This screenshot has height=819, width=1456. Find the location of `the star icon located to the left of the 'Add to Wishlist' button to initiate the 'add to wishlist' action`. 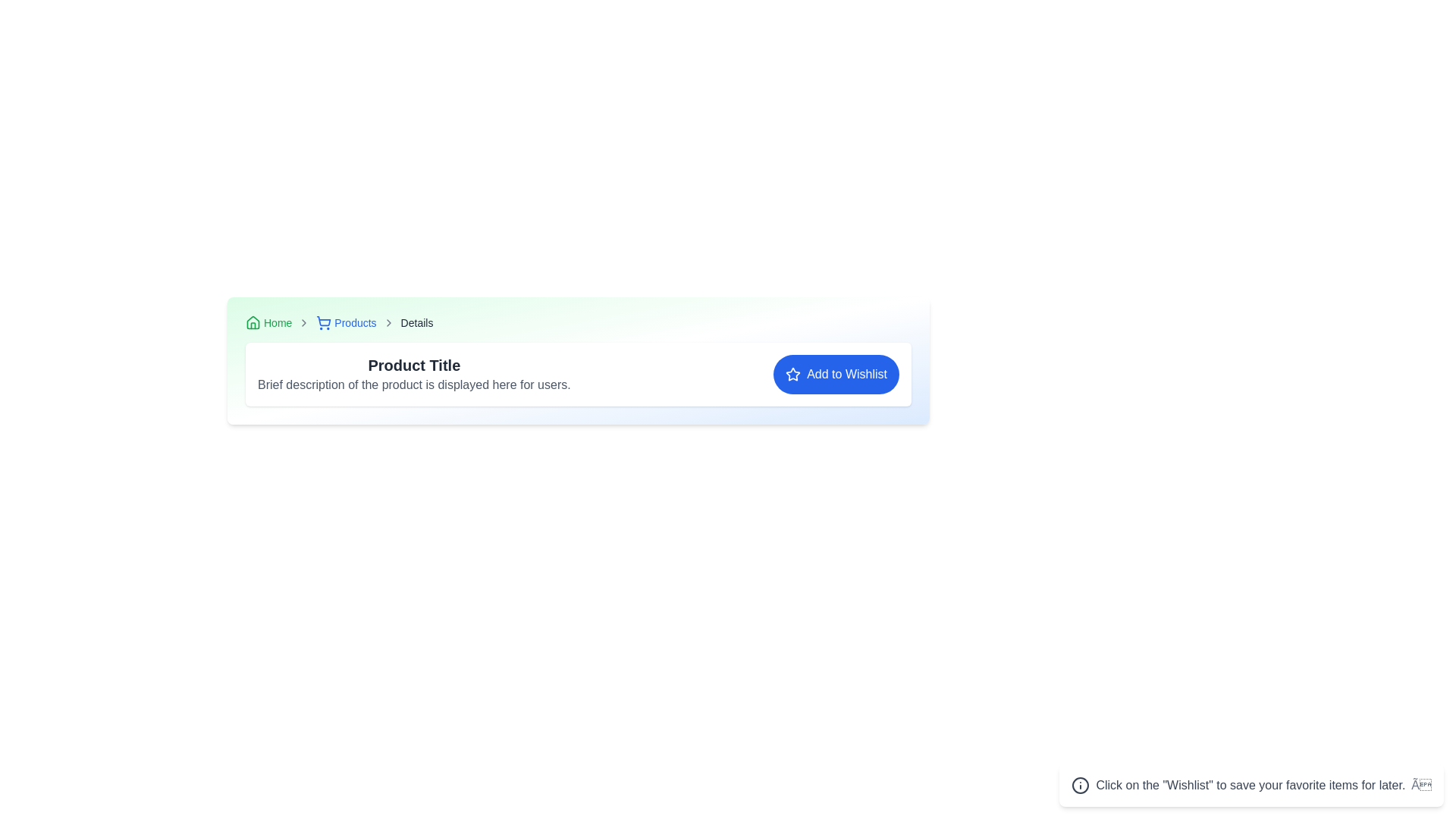

the star icon located to the left of the 'Add to Wishlist' button to initiate the 'add to wishlist' action is located at coordinates (792, 374).